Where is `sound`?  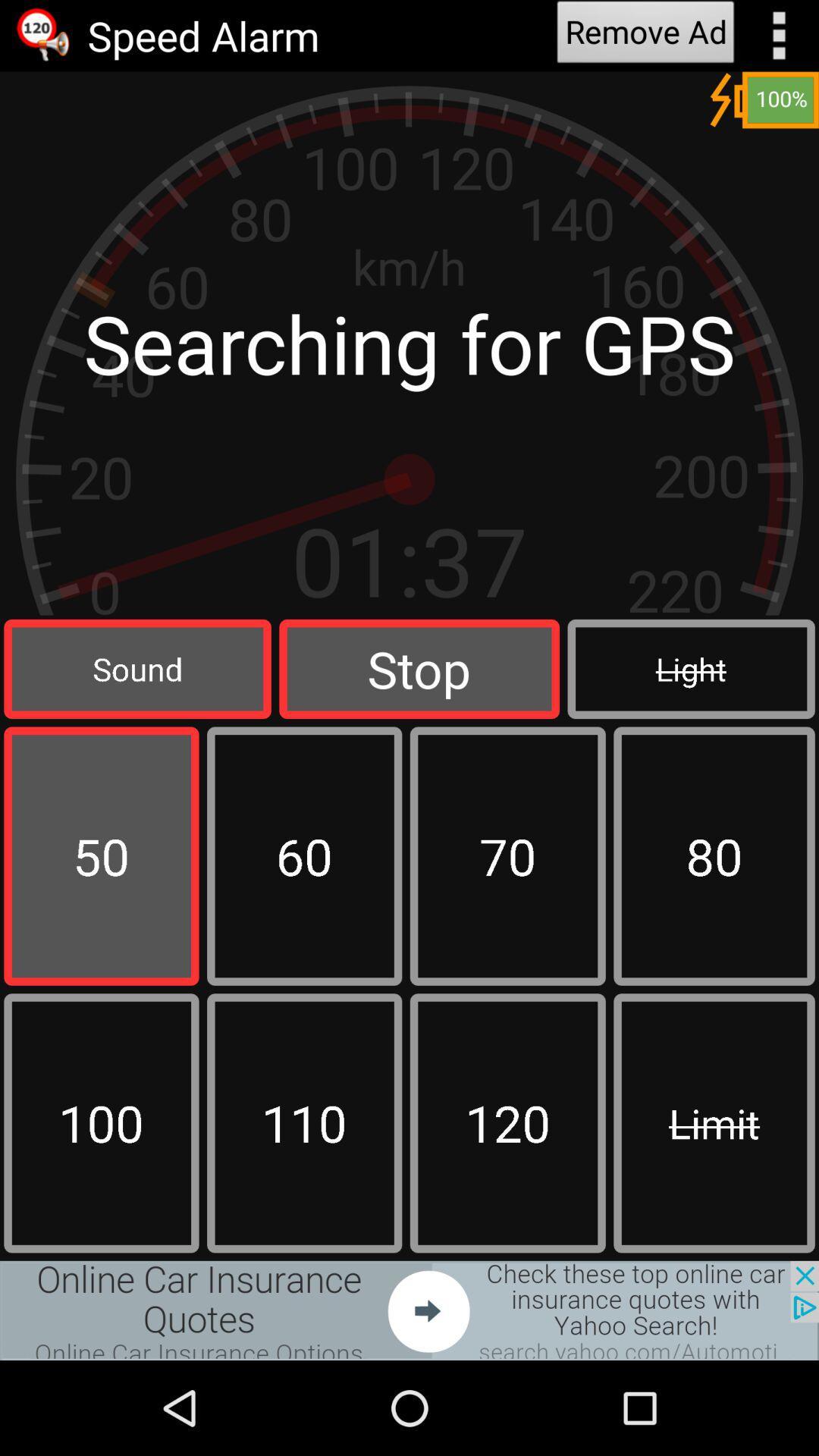 sound is located at coordinates (137, 668).